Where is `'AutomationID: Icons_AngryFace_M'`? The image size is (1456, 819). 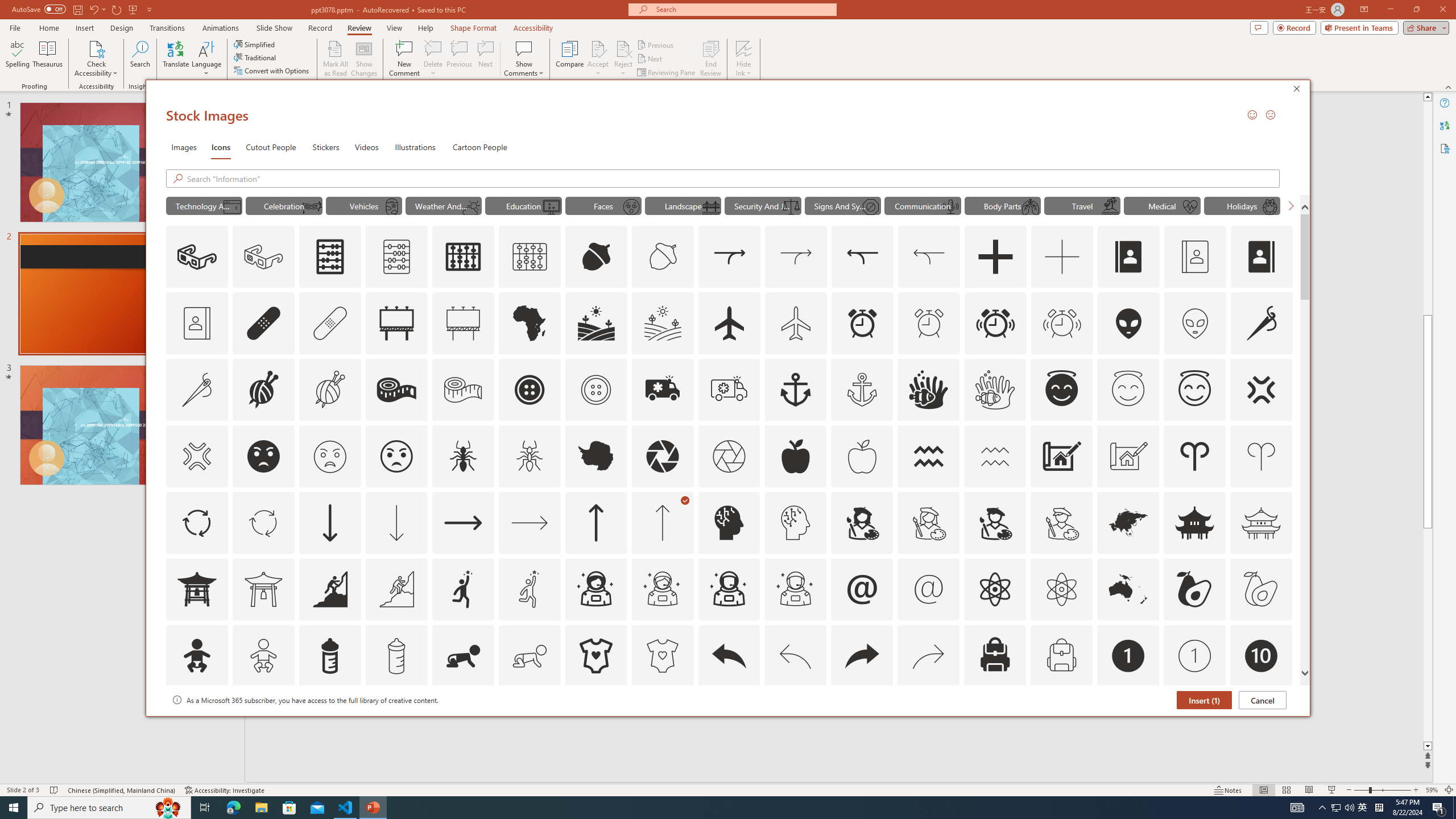
'AutomationID: Icons_AngryFace_M' is located at coordinates (329, 456).